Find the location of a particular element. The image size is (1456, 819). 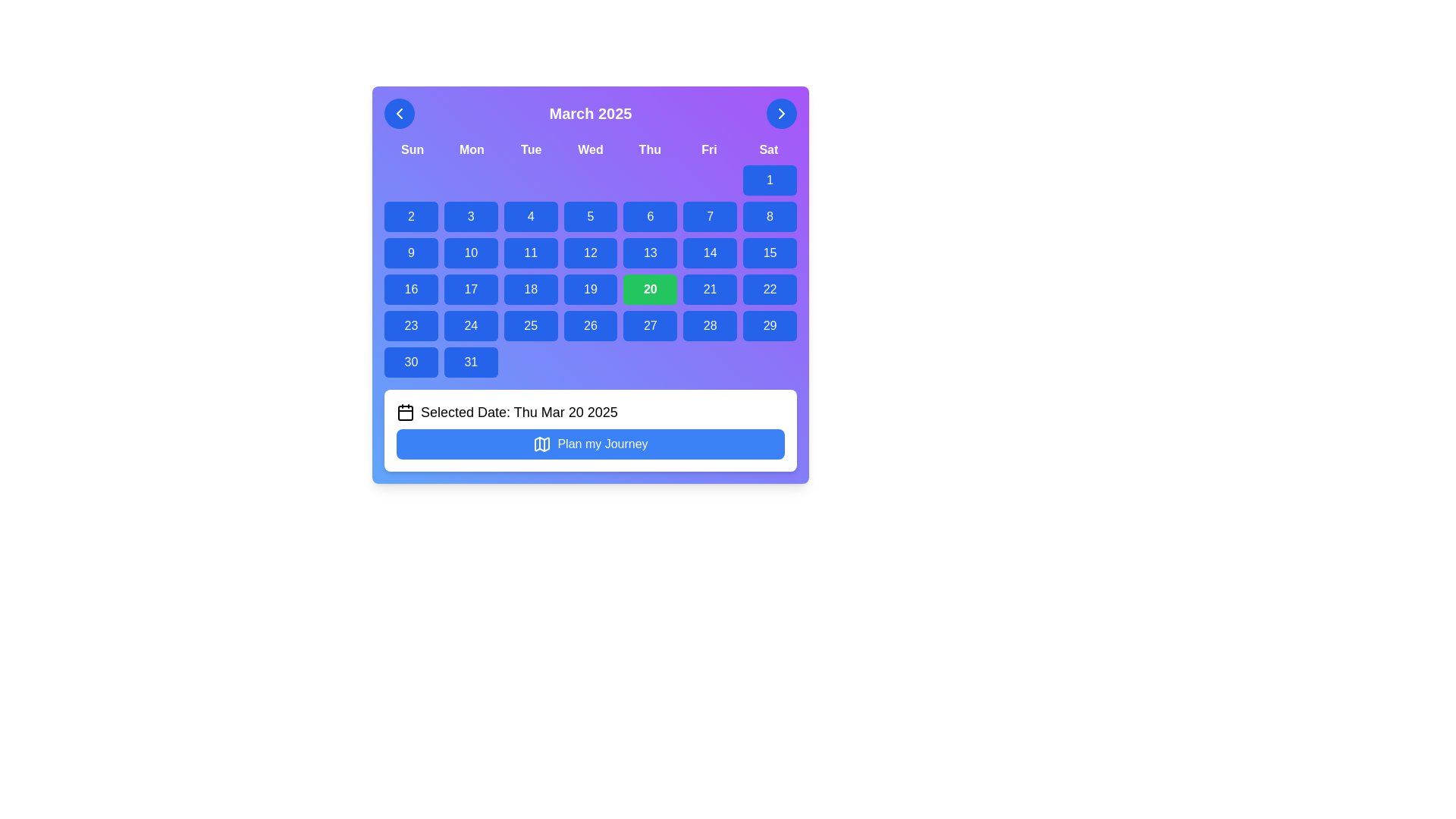

the rectangular blue button labeled '28' in the calendar grid is located at coordinates (709, 325).